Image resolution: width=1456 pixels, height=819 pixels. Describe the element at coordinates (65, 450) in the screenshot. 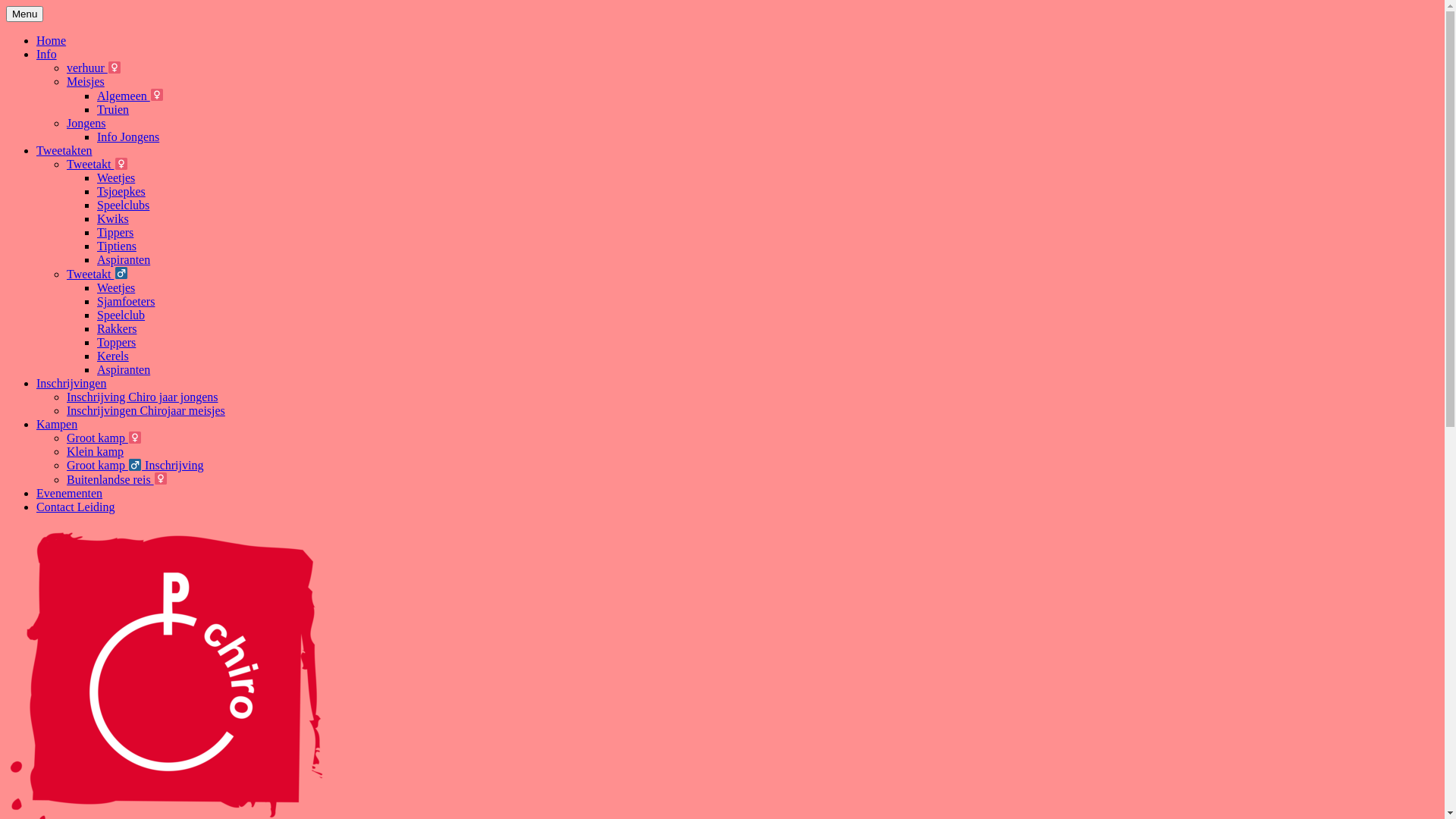

I see `'Klein kamp'` at that location.